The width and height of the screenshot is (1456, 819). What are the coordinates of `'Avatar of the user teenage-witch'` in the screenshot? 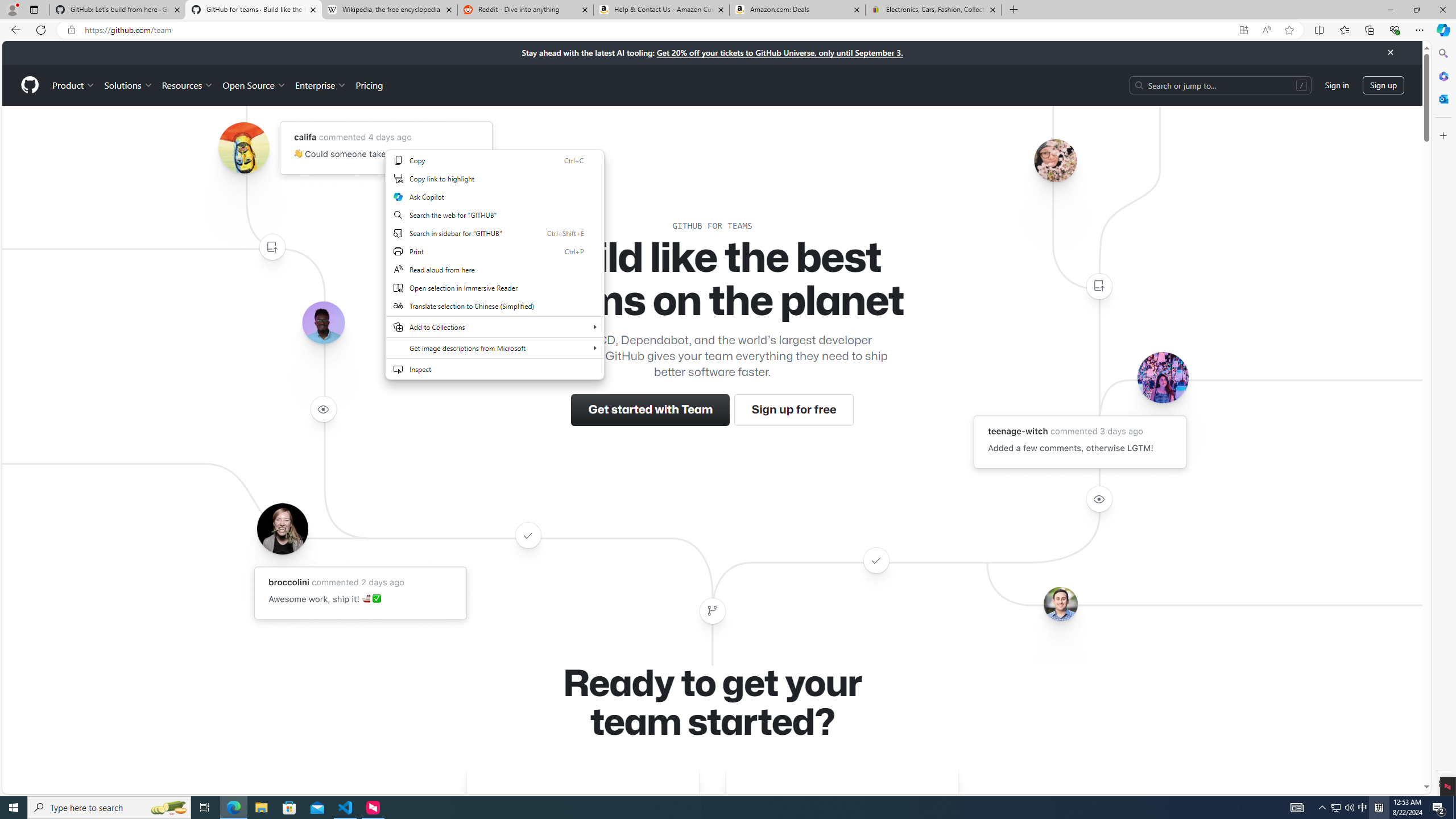 It's located at (1162, 377).